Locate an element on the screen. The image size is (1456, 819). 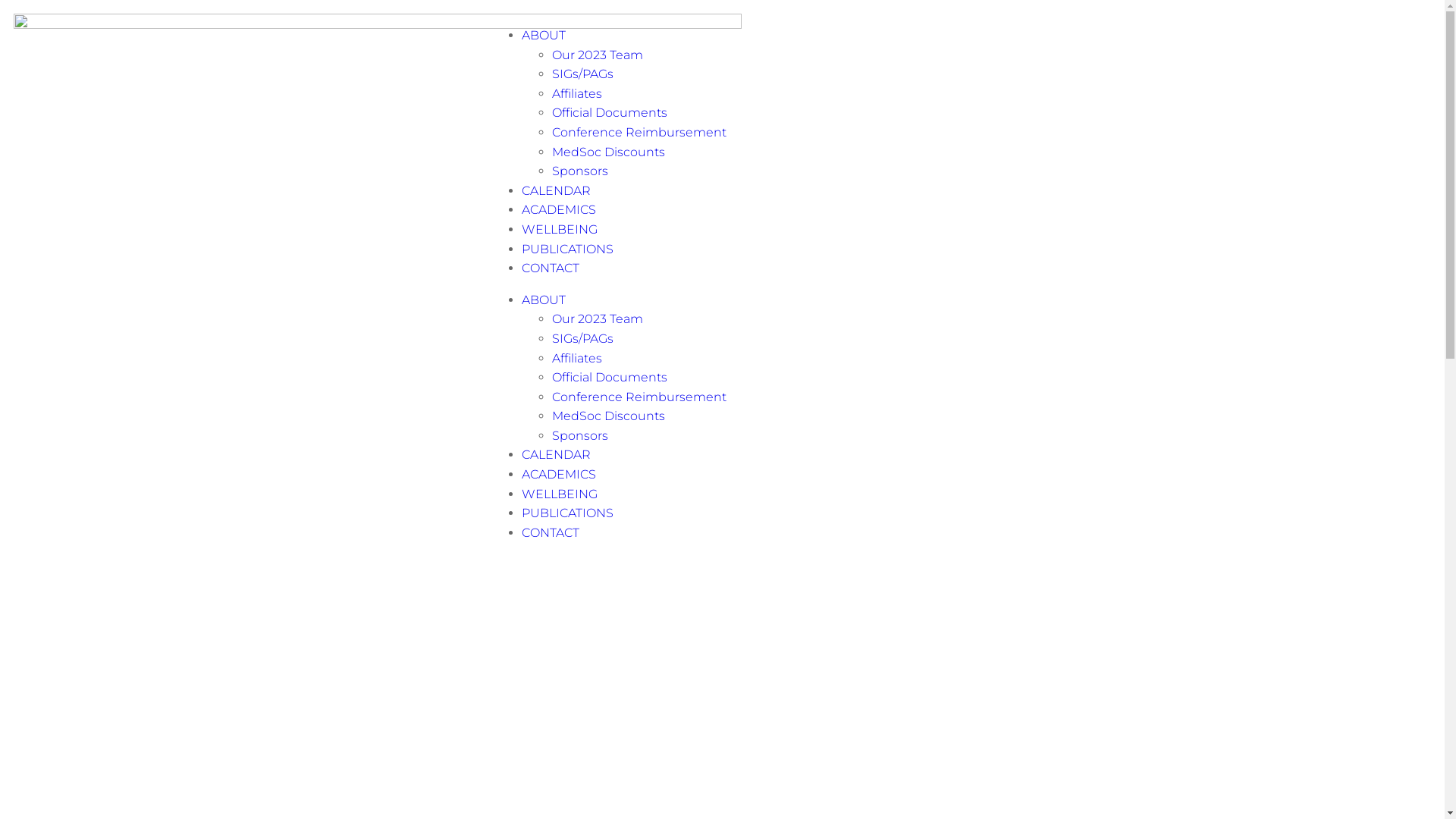
'Conference Reimbursement' is located at coordinates (639, 396).